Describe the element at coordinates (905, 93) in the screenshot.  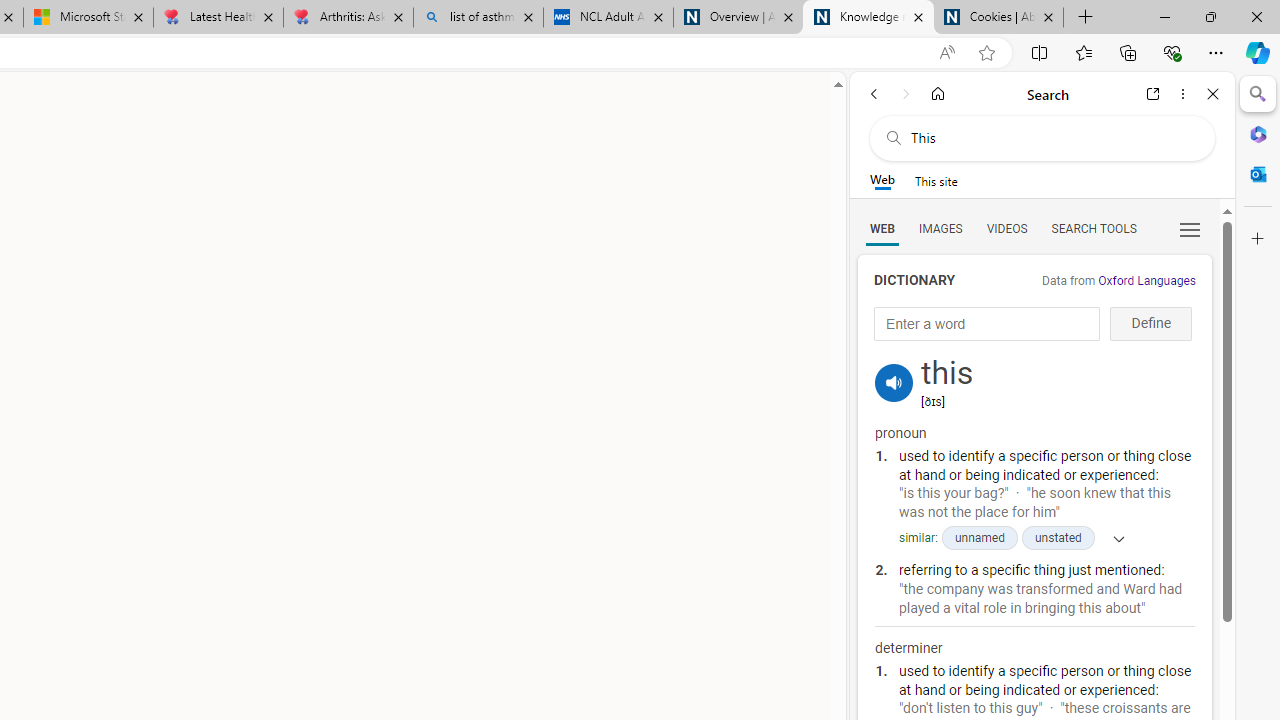
I see `'Forward'` at that location.